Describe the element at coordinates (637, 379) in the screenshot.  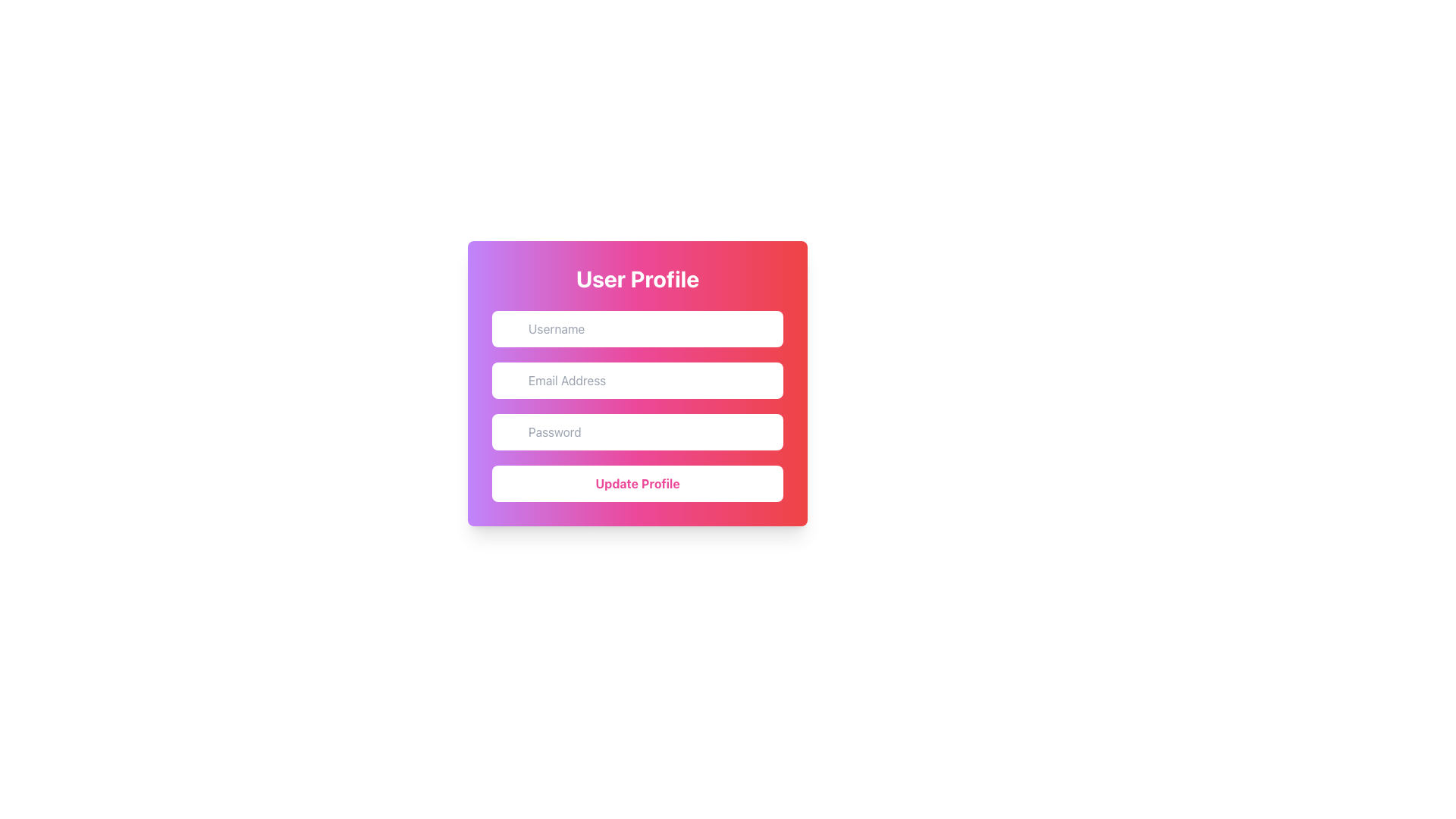
I see `the email input field located below the Username field and above the Password field to focus the input` at that location.